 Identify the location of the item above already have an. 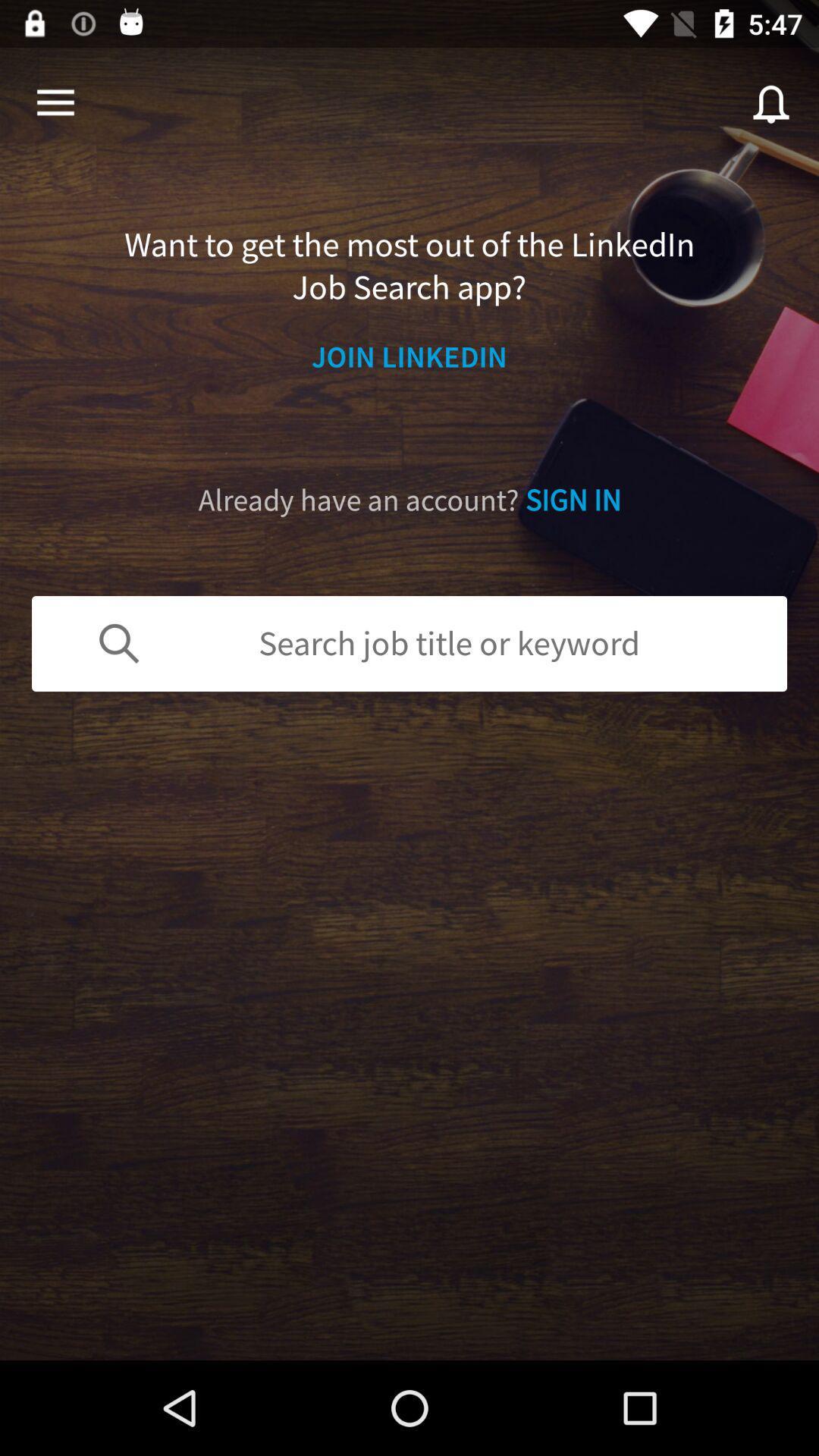
(409, 356).